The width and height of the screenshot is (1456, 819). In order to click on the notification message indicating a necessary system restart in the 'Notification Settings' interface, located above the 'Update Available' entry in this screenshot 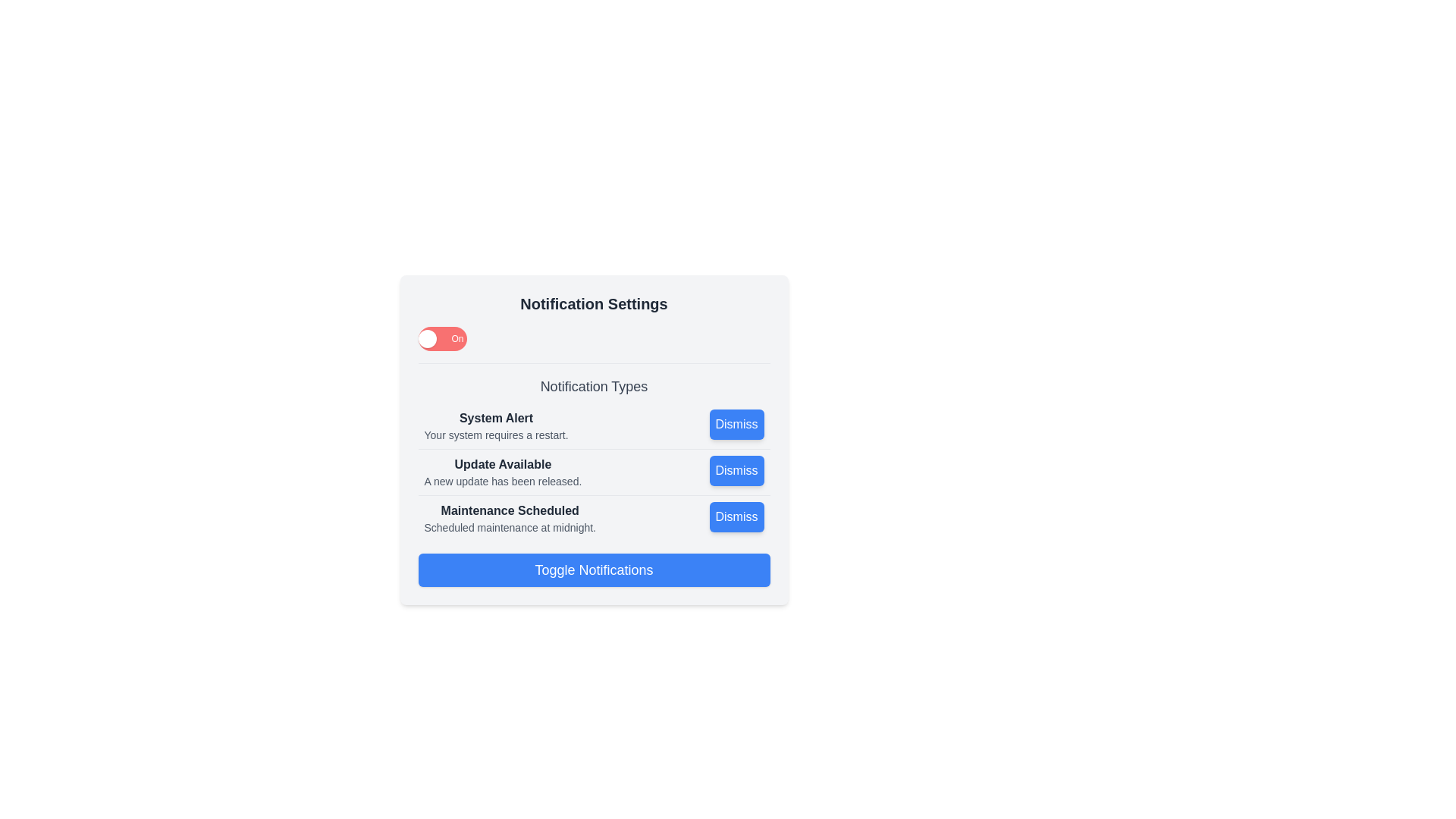, I will do `click(496, 426)`.